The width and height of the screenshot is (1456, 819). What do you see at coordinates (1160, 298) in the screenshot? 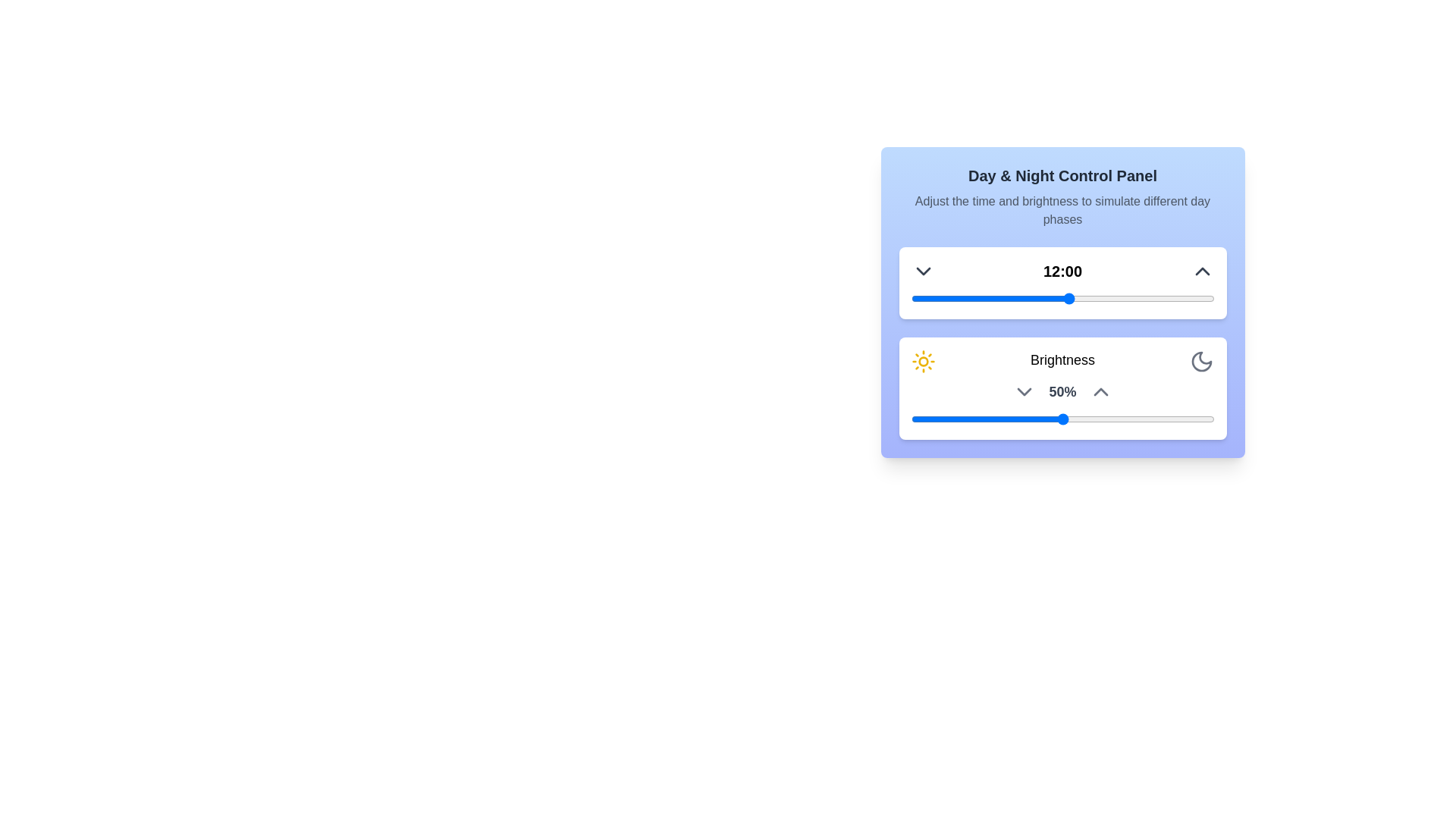
I see `the time` at bounding box center [1160, 298].